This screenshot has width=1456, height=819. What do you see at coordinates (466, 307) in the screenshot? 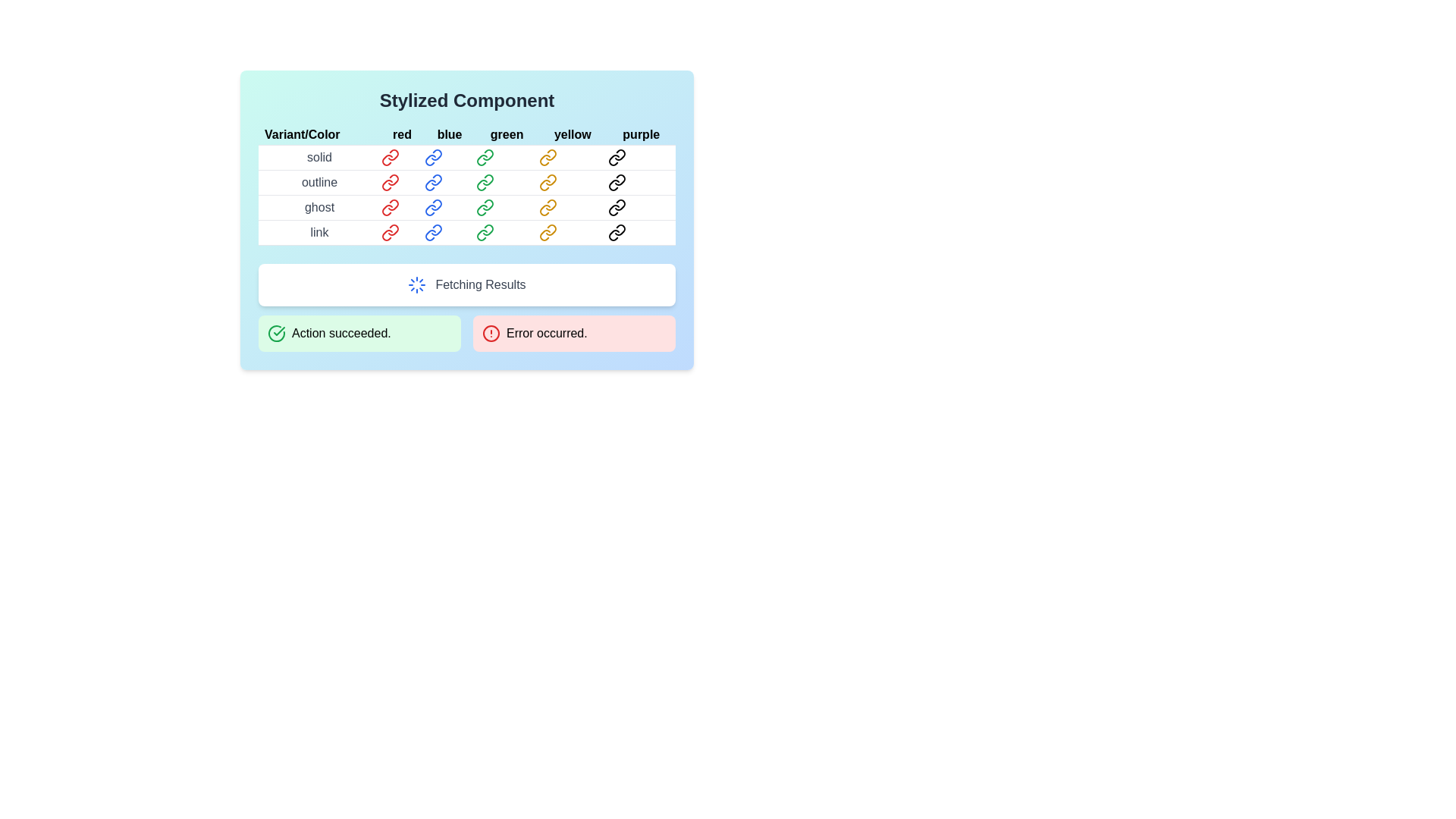
I see `the Notification with dual status indicators, which contains the labels 'Action succeeded.' in green and 'Error occurred.' in red, located under the table in the interface` at bounding box center [466, 307].